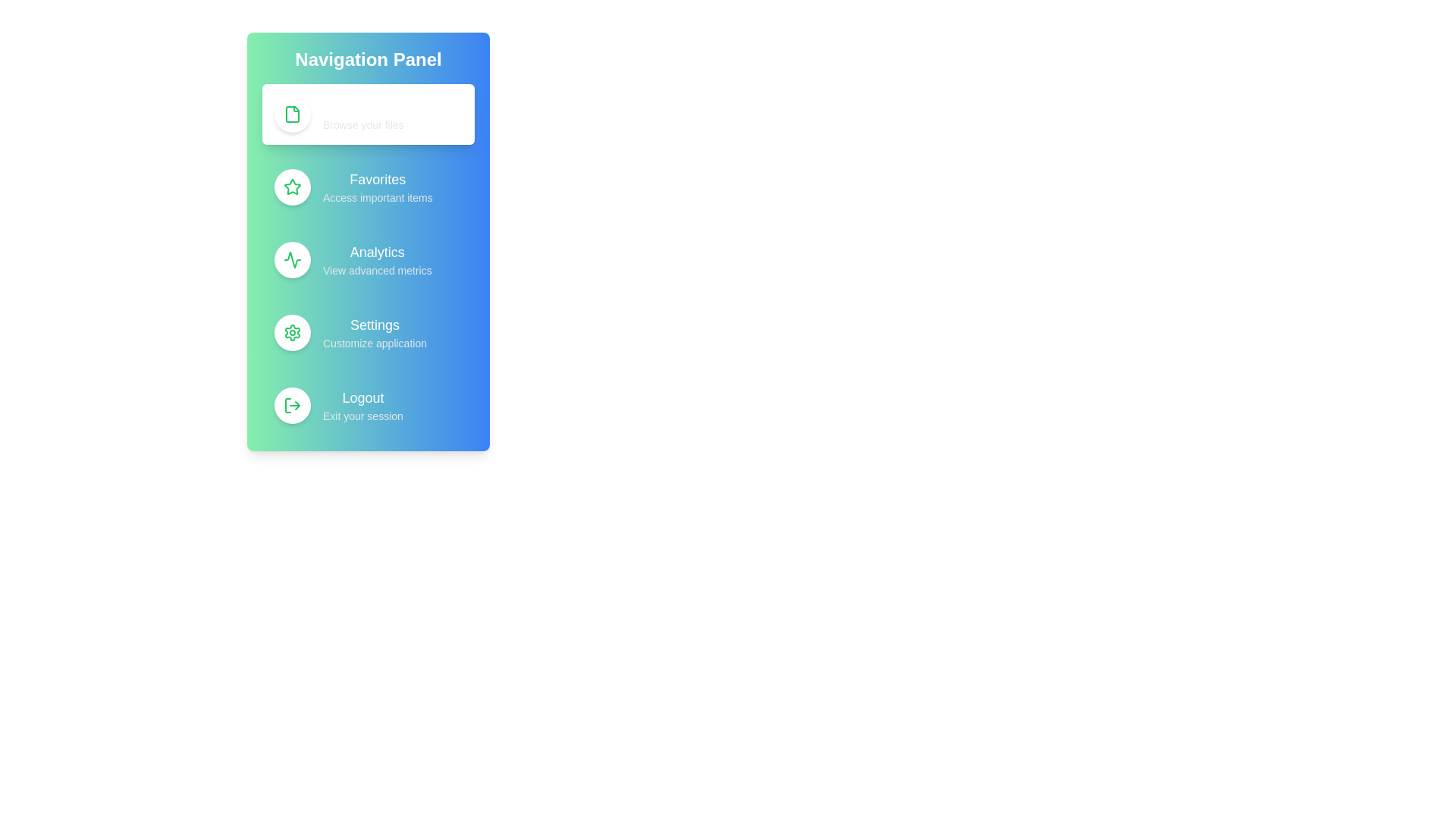 This screenshot has width=1456, height=819. What do you see at coordinates (368, 113) in the screenshot?
I see `the menu option Documents from the navigation menu` at bounding box center [368, 113].